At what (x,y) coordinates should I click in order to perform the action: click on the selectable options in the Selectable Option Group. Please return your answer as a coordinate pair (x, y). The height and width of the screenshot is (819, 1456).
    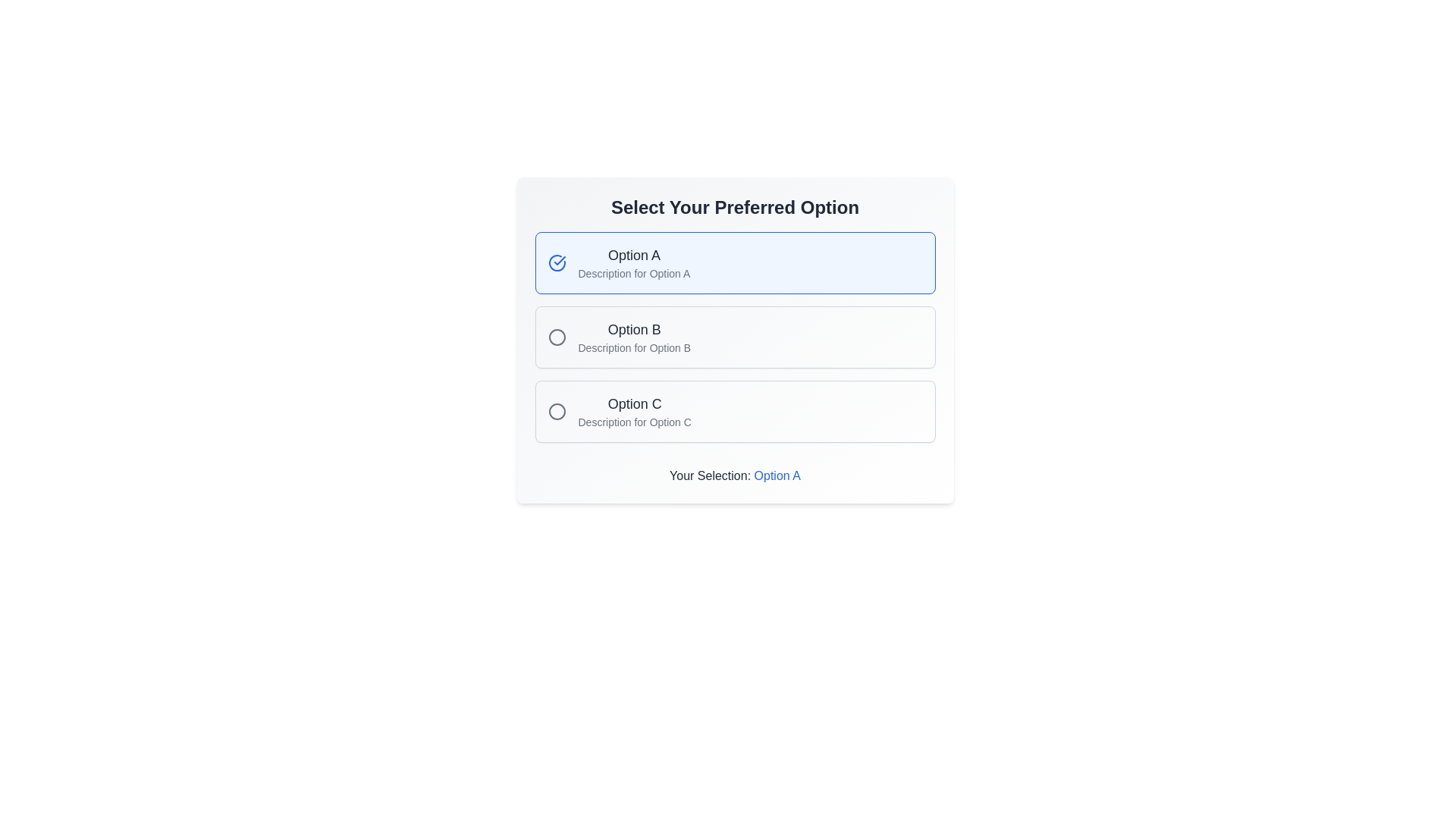
    Looking at the image, I should click on (735, 339).